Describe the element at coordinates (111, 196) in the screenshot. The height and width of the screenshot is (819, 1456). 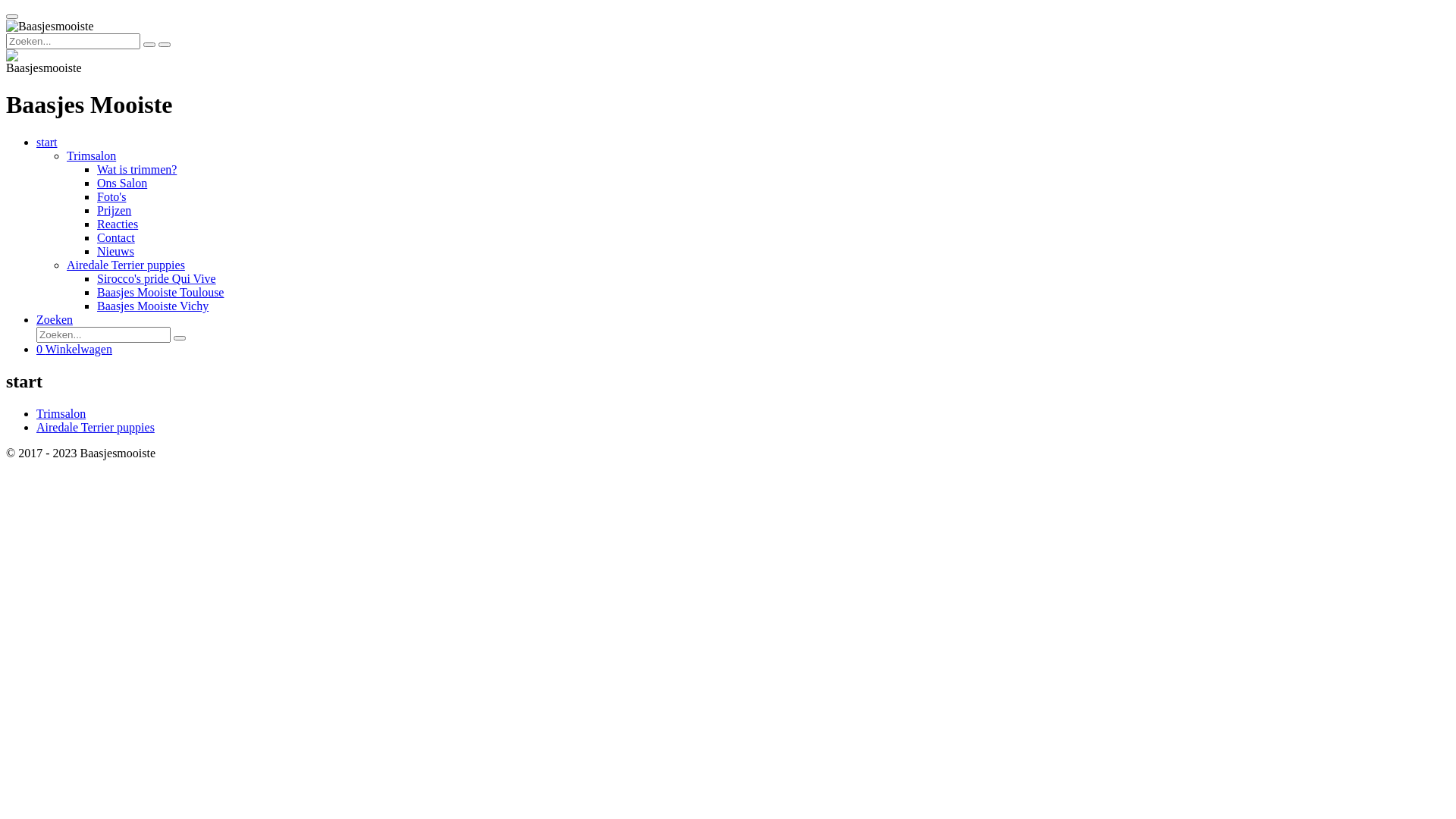
I see `'Foto's'` at that location.